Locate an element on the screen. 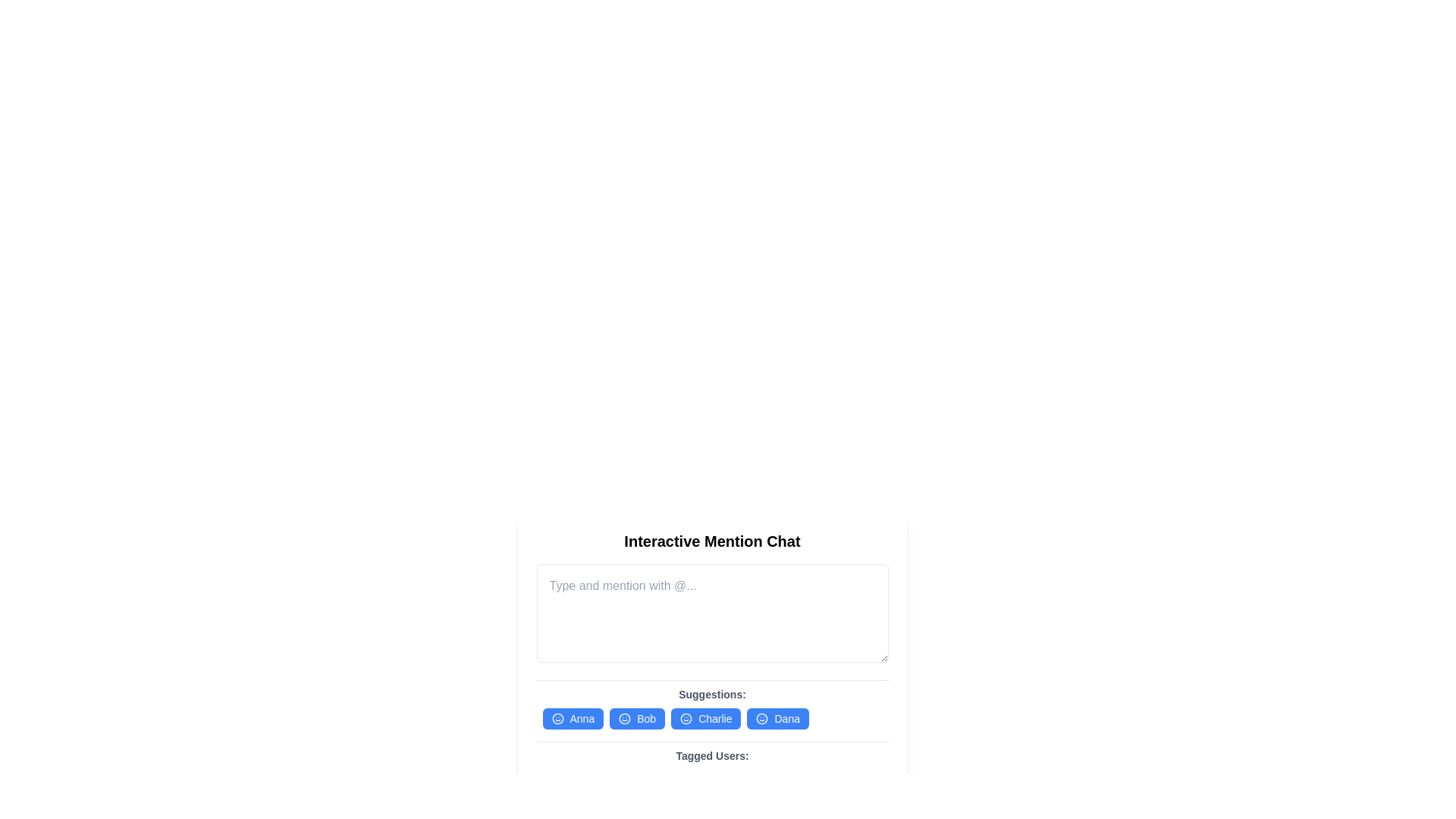 The image size is (1456, 819). the 'Charlie' button, which is a rectangular button with a blue background and white text is located at coordinates (711, 718).